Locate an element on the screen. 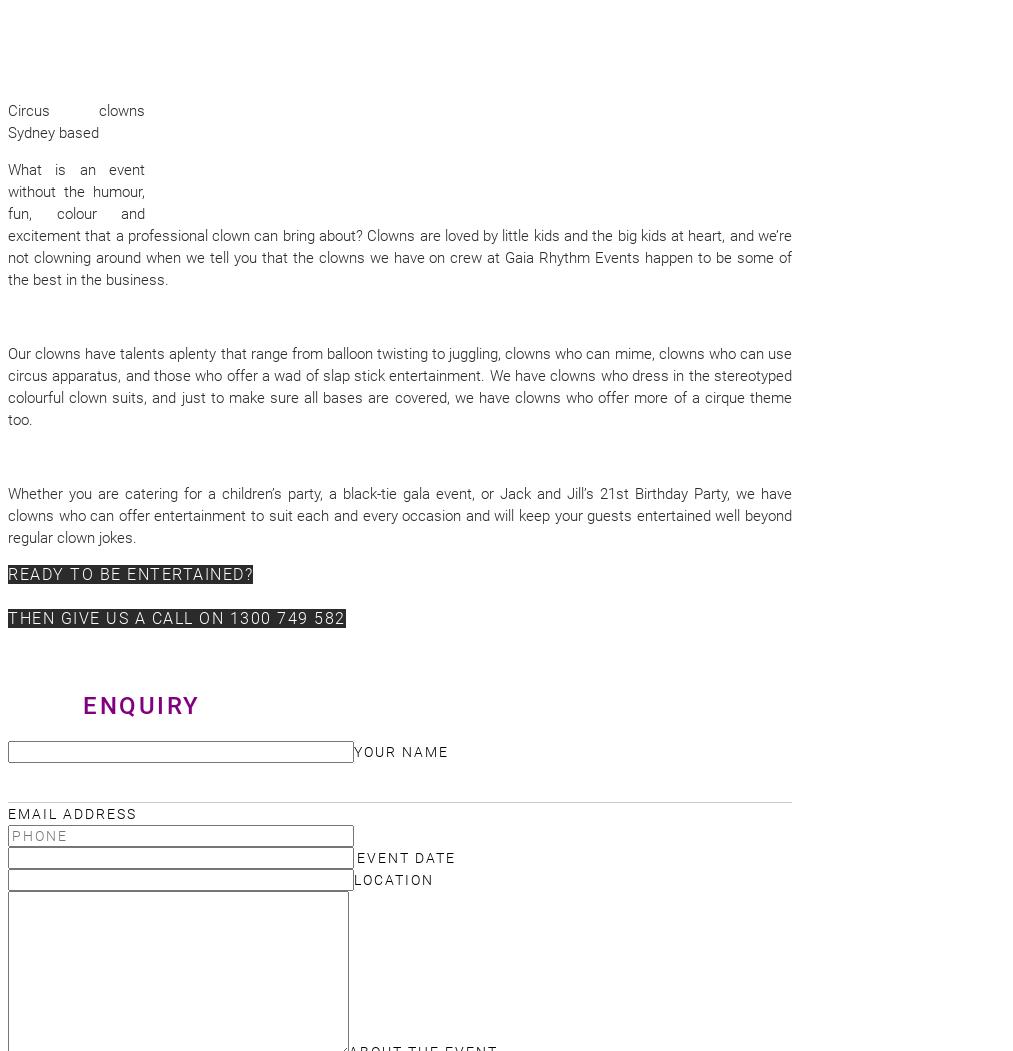 The width and height of the screenshot is (1013, 1051). 'READY TO BE ENTERTAINED?' is located at coordinates (7, 574).